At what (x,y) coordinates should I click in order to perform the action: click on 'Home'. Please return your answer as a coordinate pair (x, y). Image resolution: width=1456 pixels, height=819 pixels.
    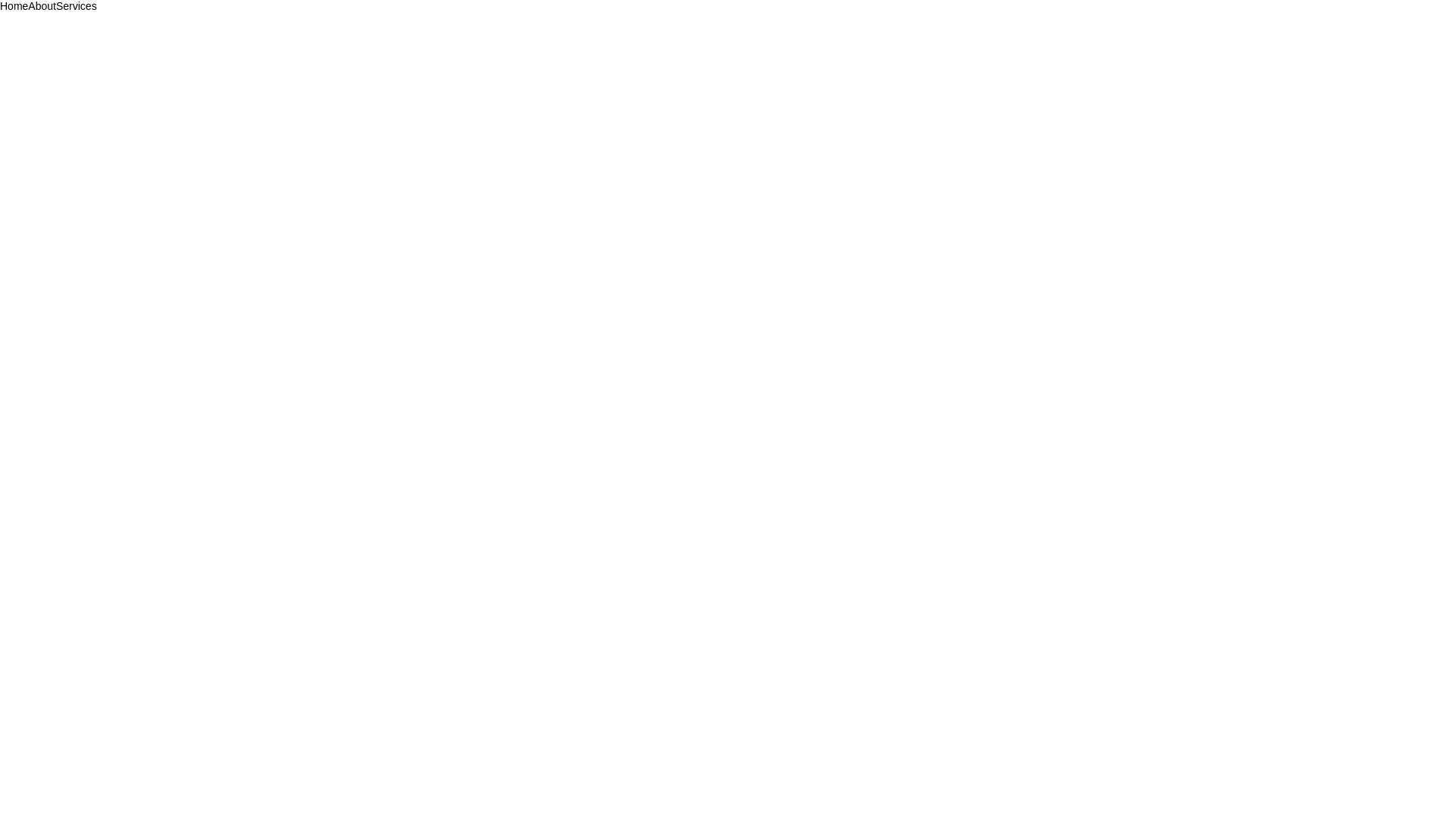
    Looking at the image, I should click on (14, 6).